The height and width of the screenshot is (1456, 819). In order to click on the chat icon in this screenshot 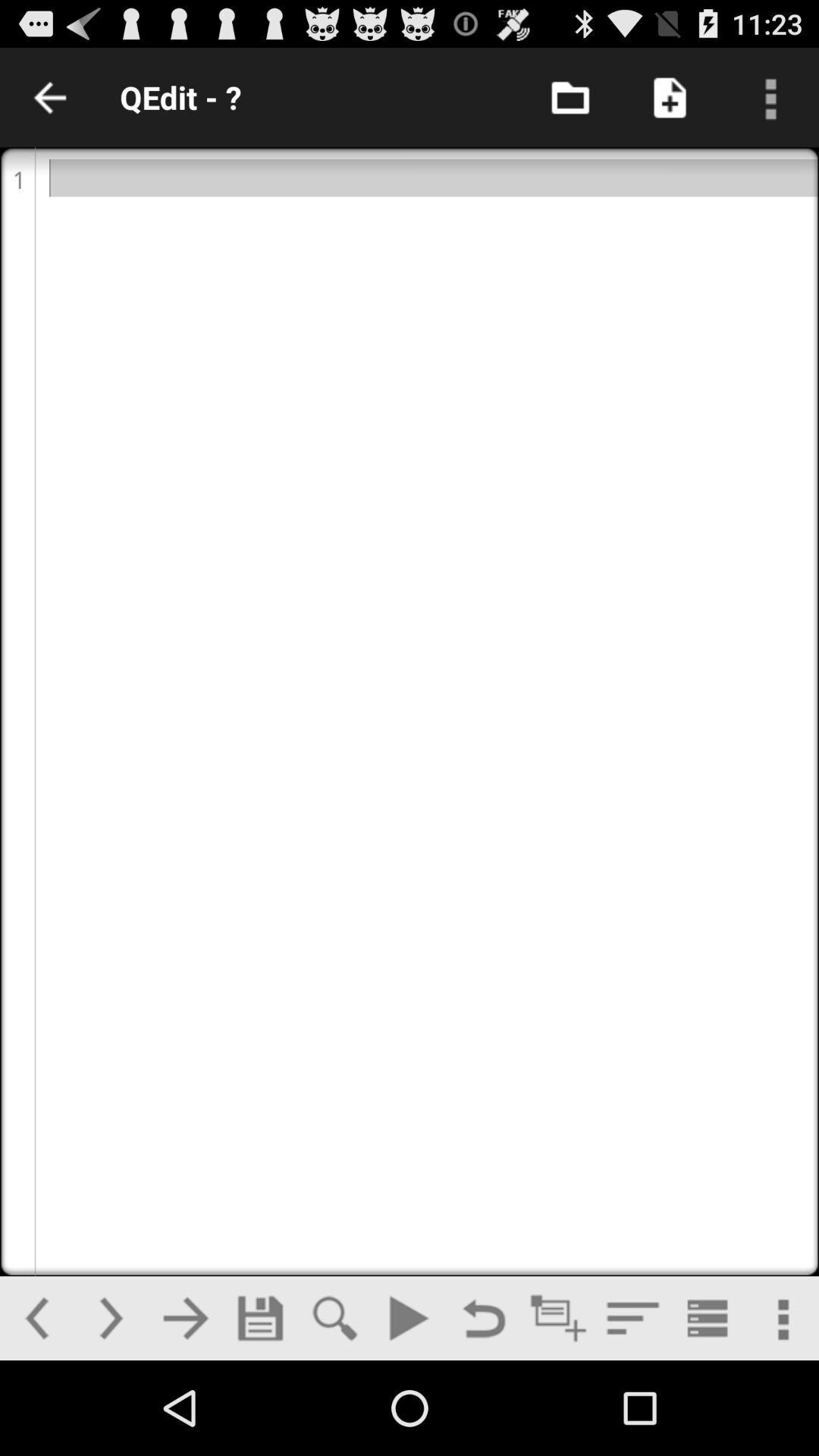, I will do `click(558, 1410)`.